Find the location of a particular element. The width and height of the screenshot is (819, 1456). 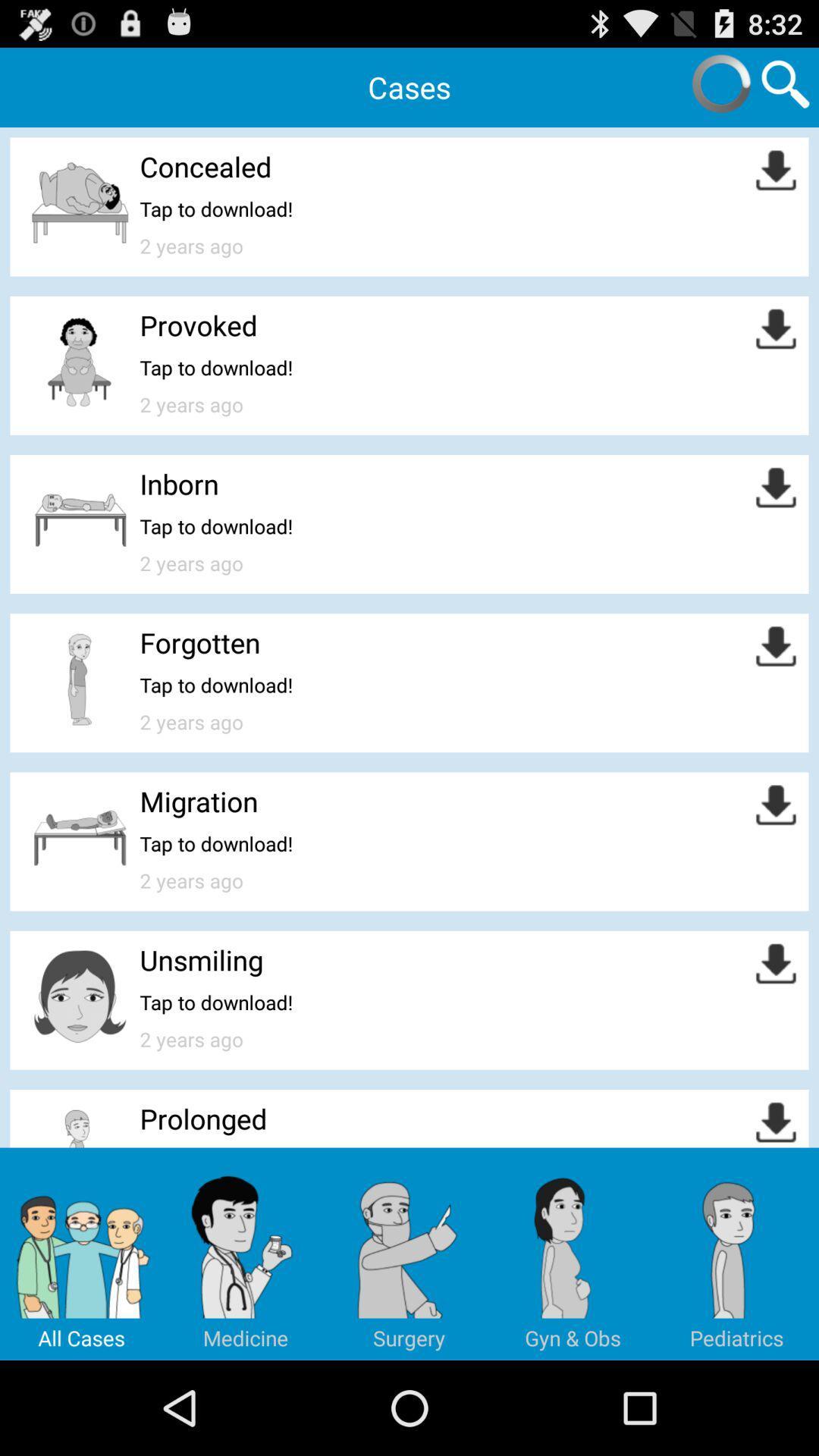

the migration app is located at coordinates (198, 800).